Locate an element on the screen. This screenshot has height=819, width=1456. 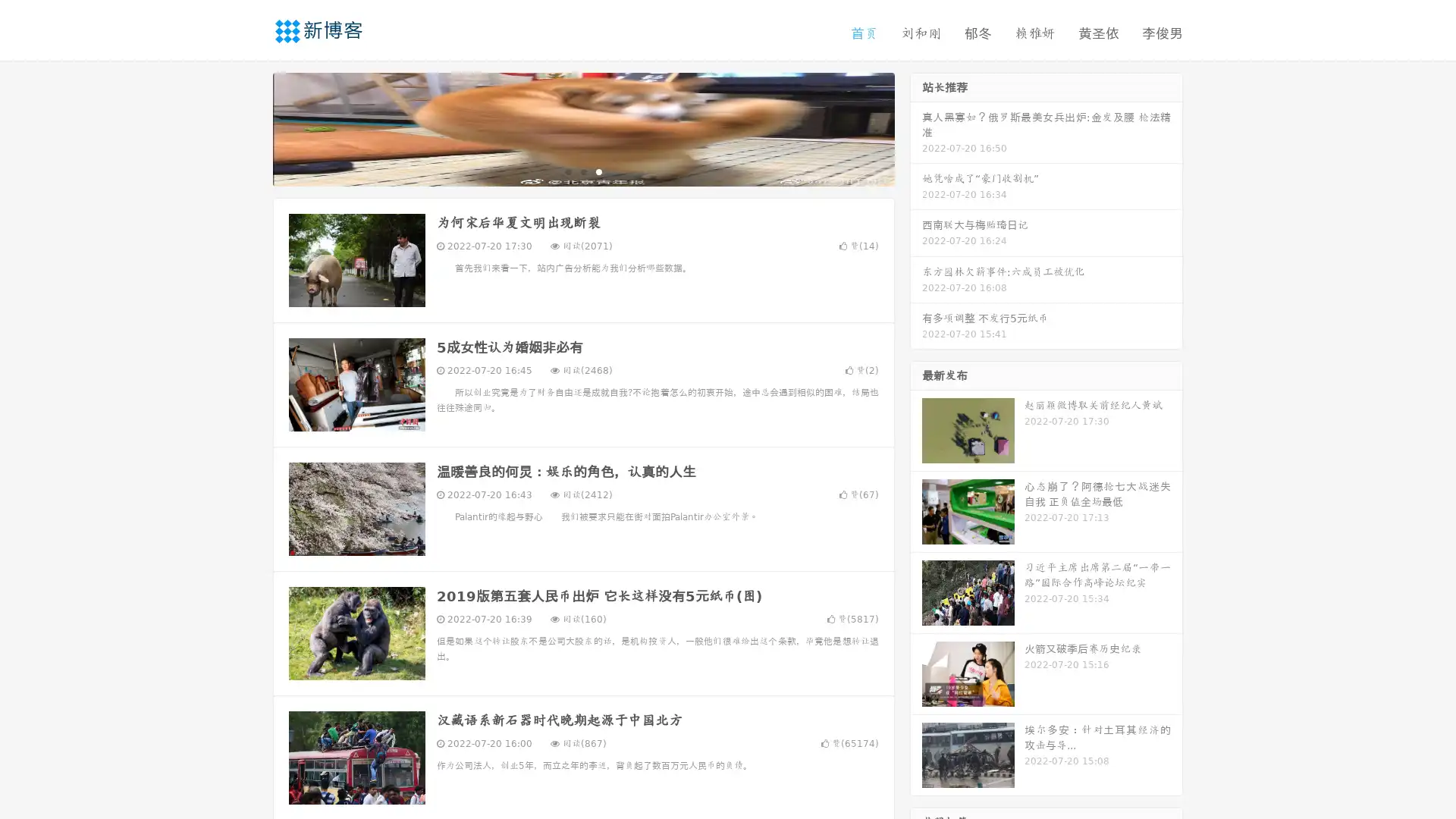
Go to slide 3 is located at coordinates (598, 171).